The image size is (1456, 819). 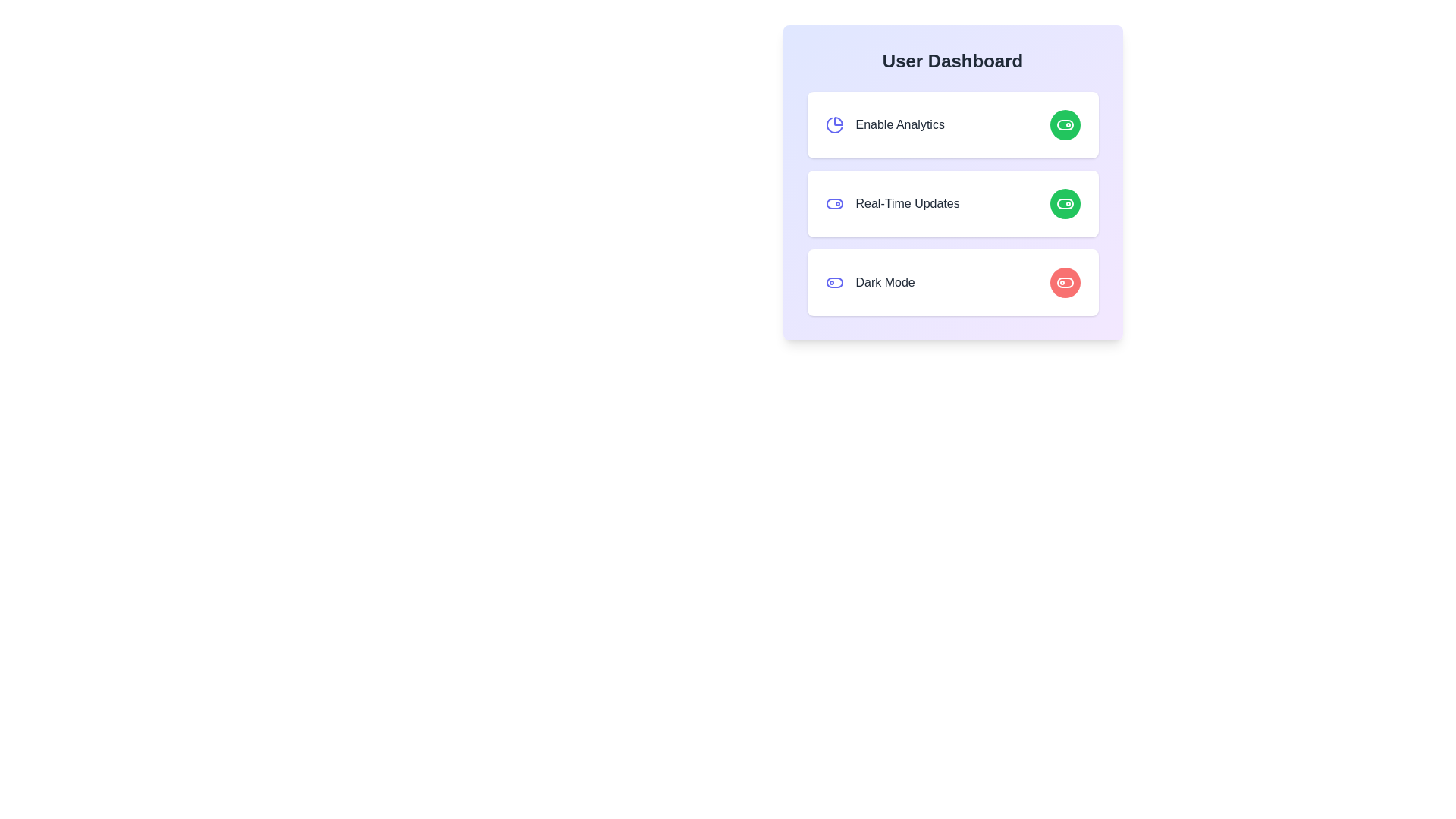 I want to click on the pie chart icon located in the first row of the User Dashboard, to the left of the text label 'Enable Analytics', so click(x=833, y=124).